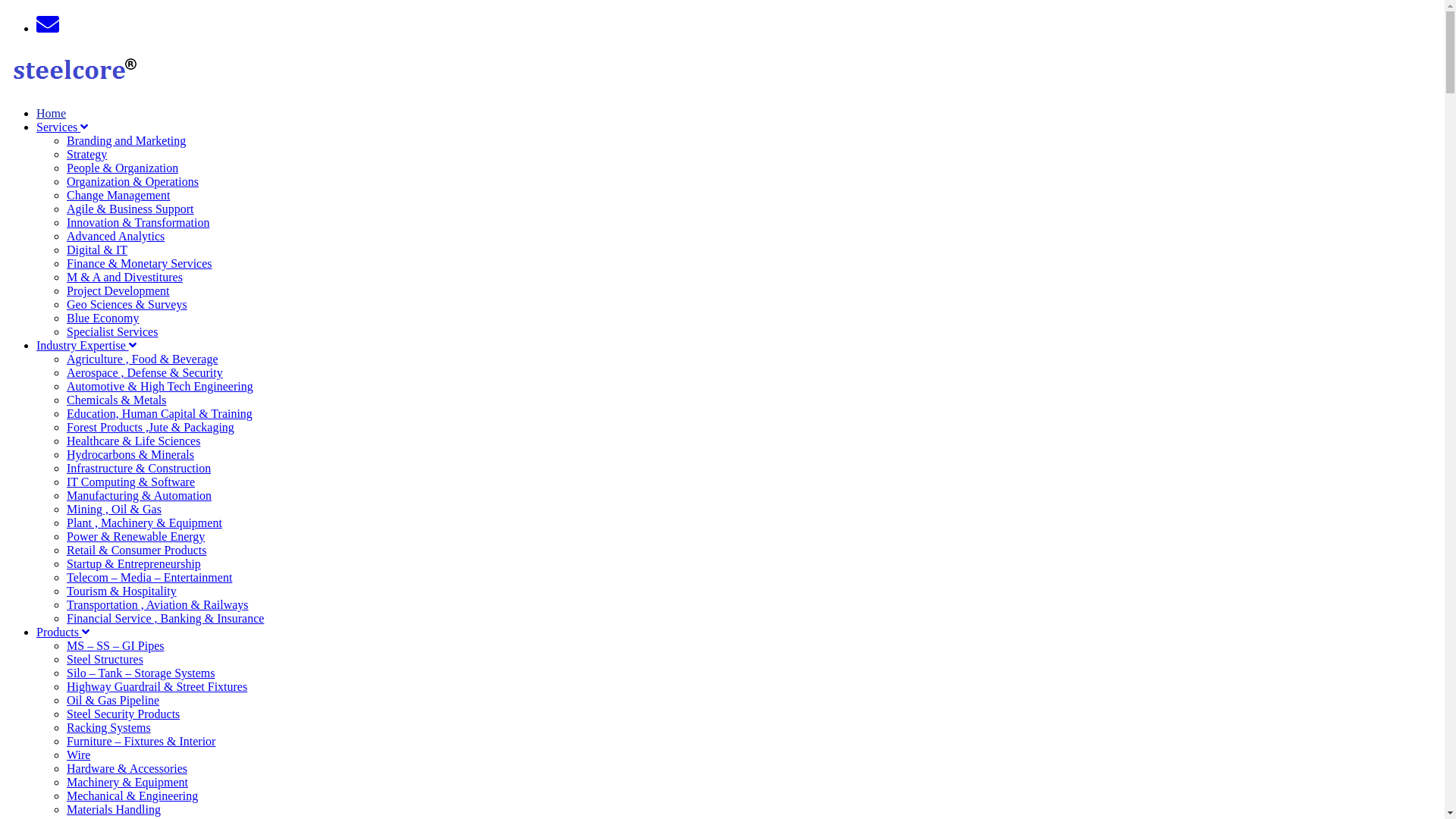 The image size is (1456, 819). I want to click on 'Wire', so click(77, 755).